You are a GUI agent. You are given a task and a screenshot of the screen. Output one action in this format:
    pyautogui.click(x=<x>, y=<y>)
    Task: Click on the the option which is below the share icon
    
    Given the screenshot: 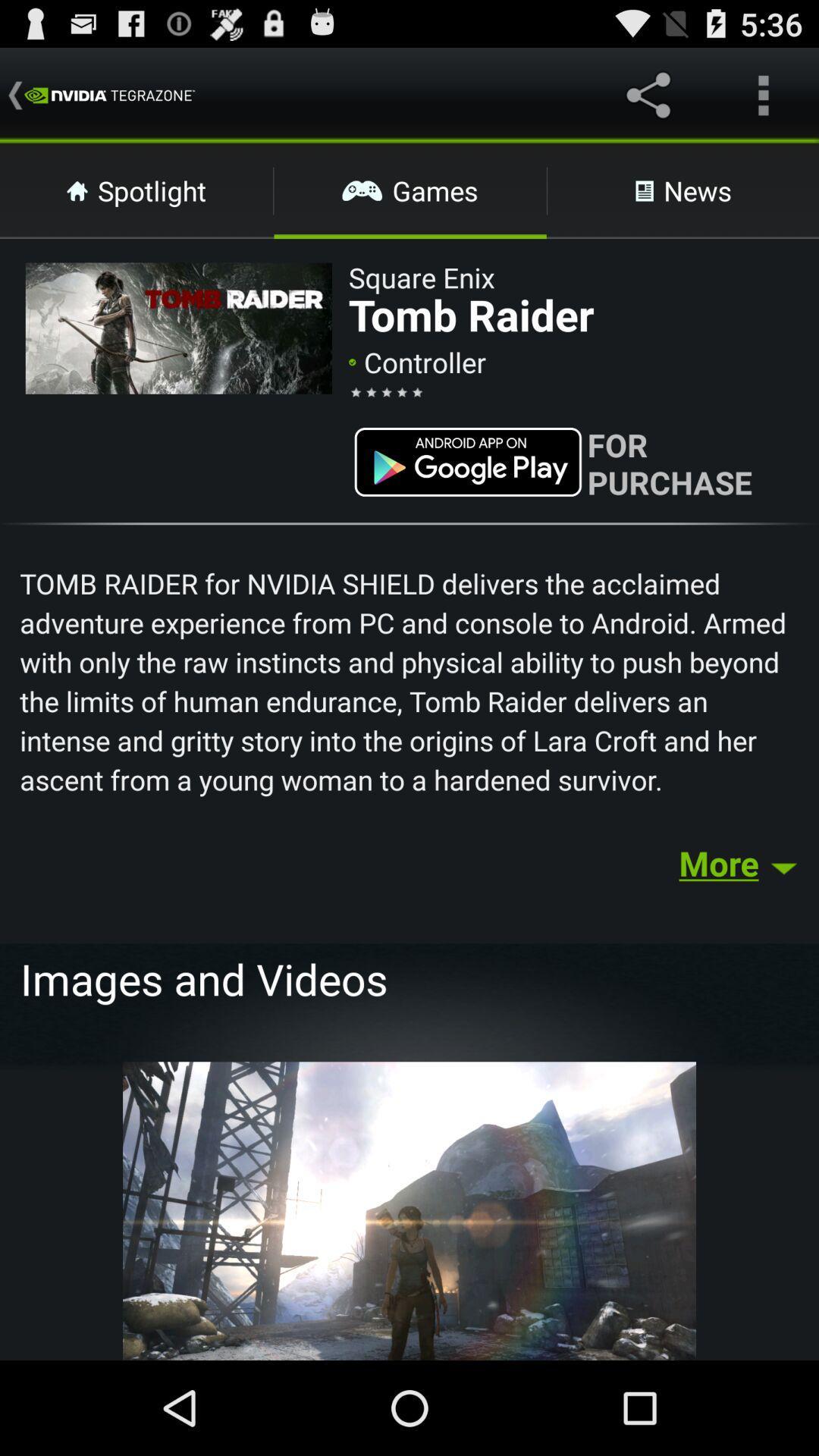 What is the action you would take?
    pyautogui.click(x=683, y=190)
    